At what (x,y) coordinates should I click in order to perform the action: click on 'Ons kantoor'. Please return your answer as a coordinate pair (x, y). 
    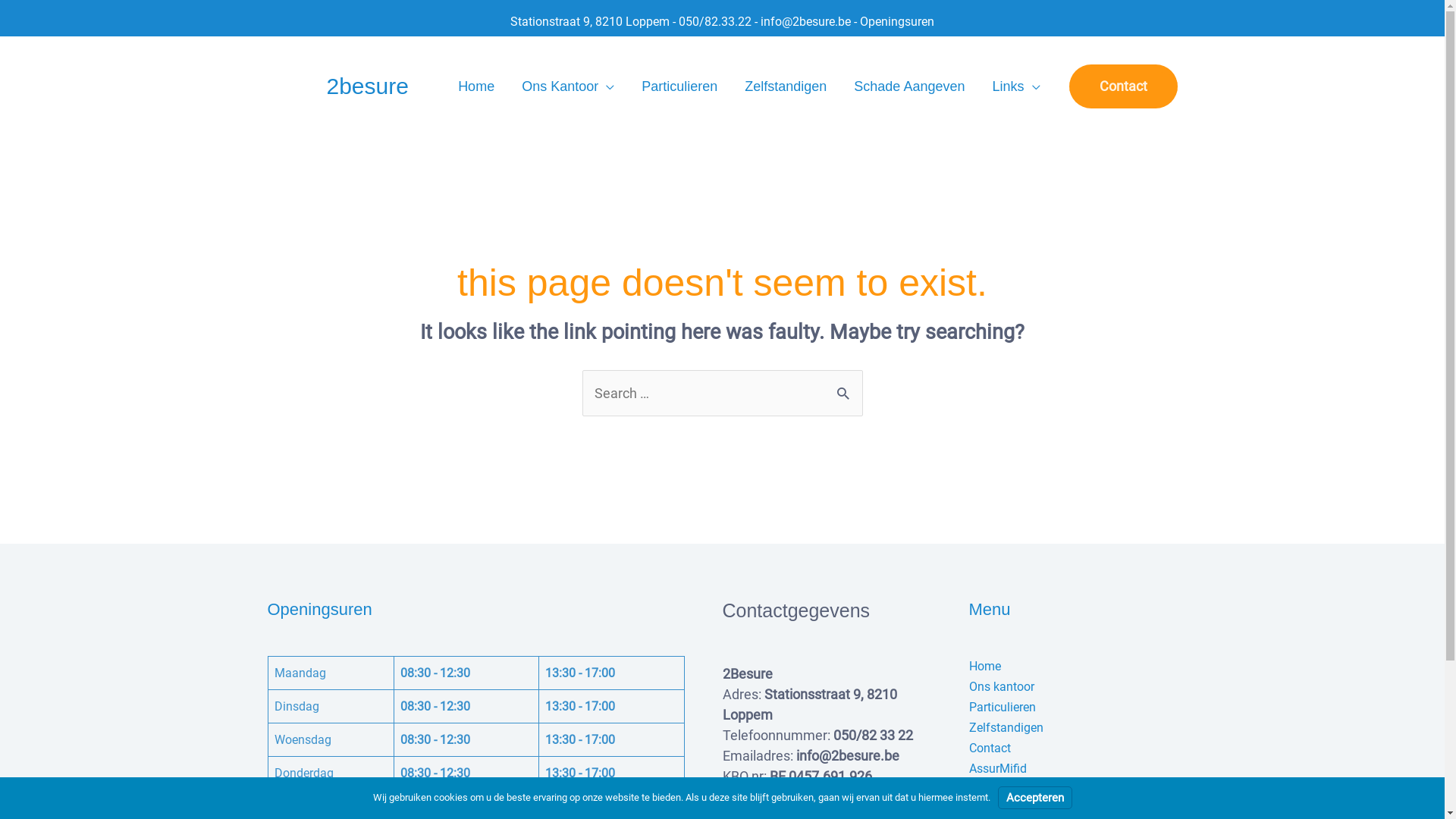
    Looking at the image, I should click on (1001, 686).